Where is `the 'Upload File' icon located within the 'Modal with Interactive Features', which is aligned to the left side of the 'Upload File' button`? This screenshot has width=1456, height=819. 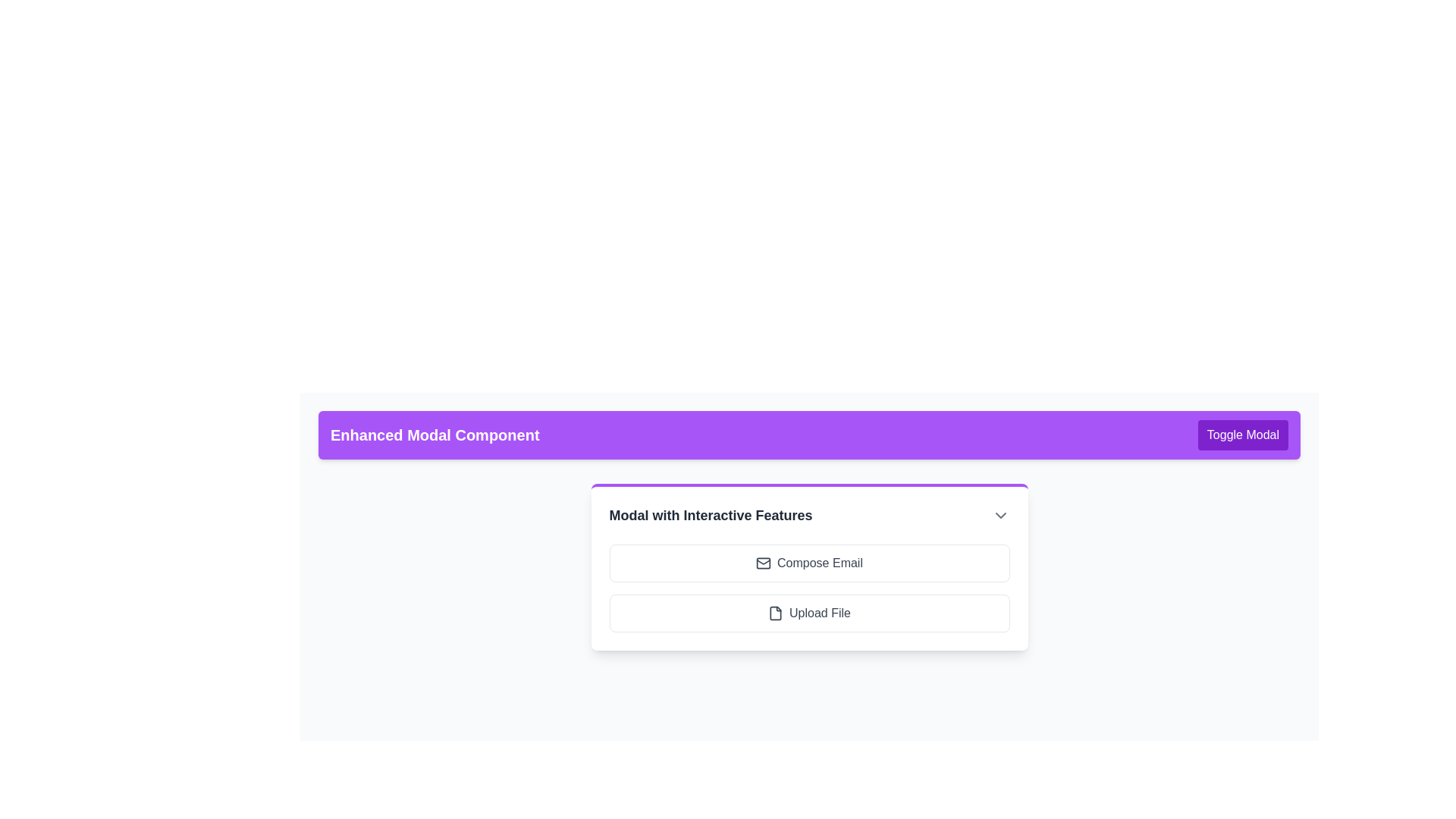 the 'Upload File' icon located within the 'Modal with Interactive Features', which is aligned to the left side of the 'Upload File' button is located at coordinates (775, 613).